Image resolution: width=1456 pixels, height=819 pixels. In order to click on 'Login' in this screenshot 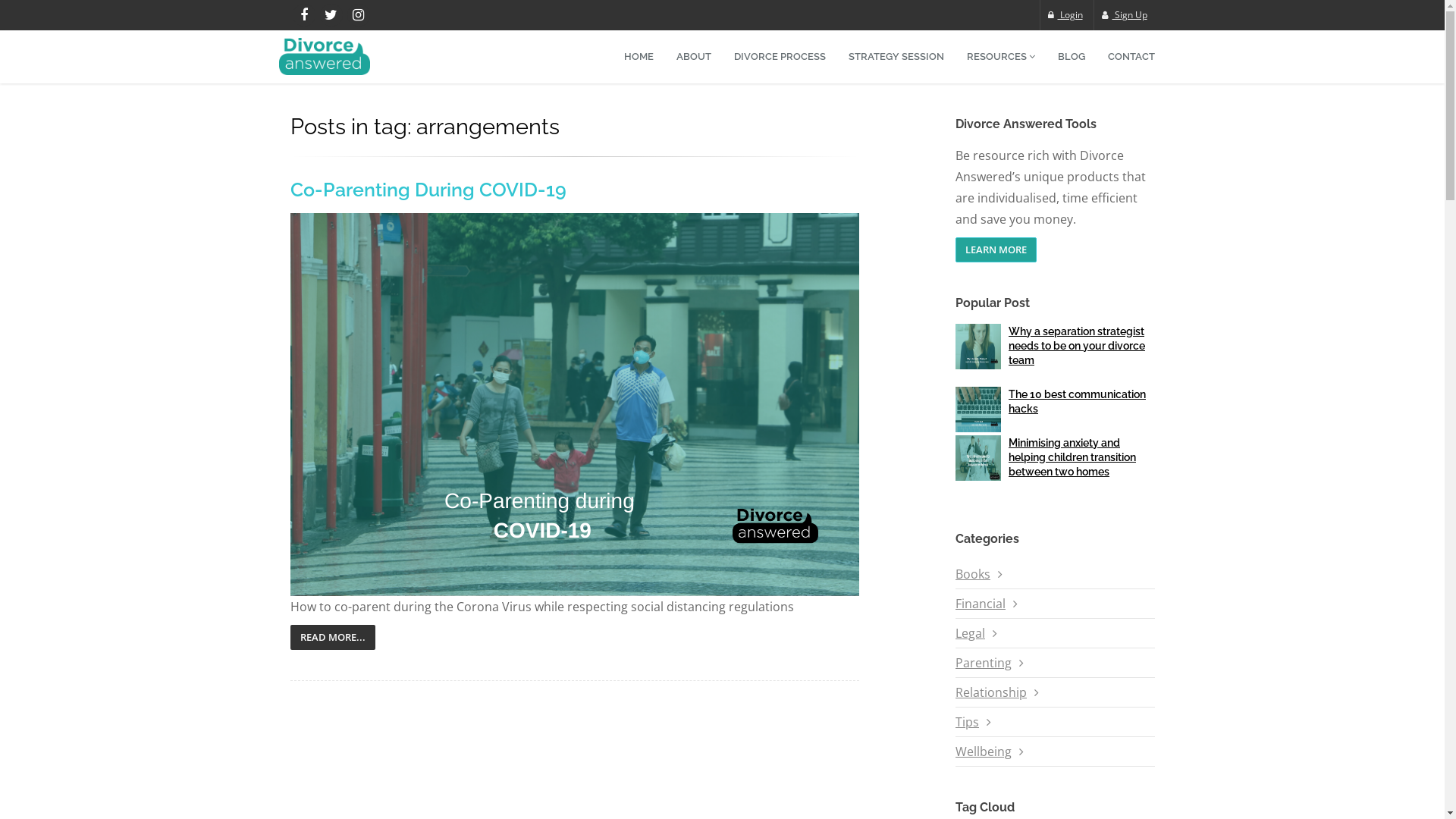, I will do `click(1065, 14)`.